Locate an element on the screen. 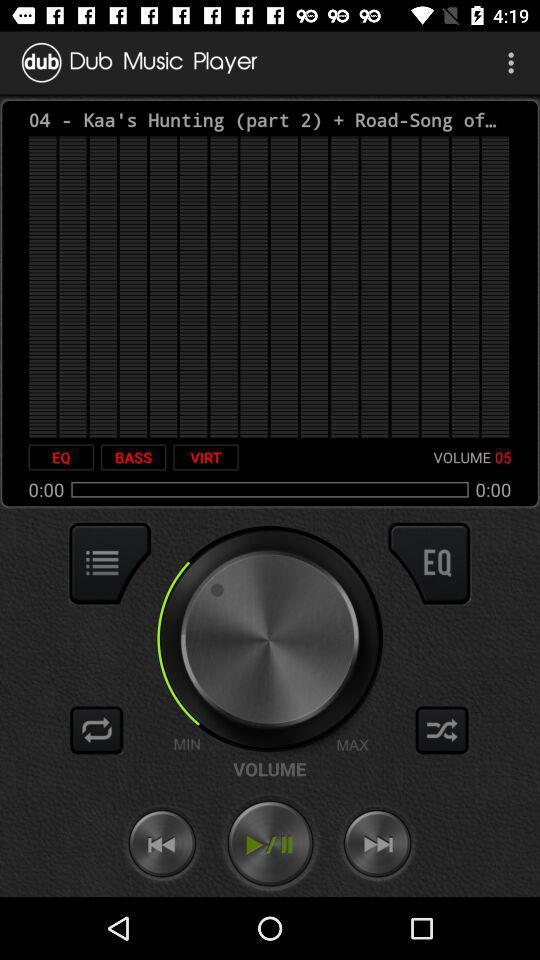  repeat option is located at coordinates (96, 729).